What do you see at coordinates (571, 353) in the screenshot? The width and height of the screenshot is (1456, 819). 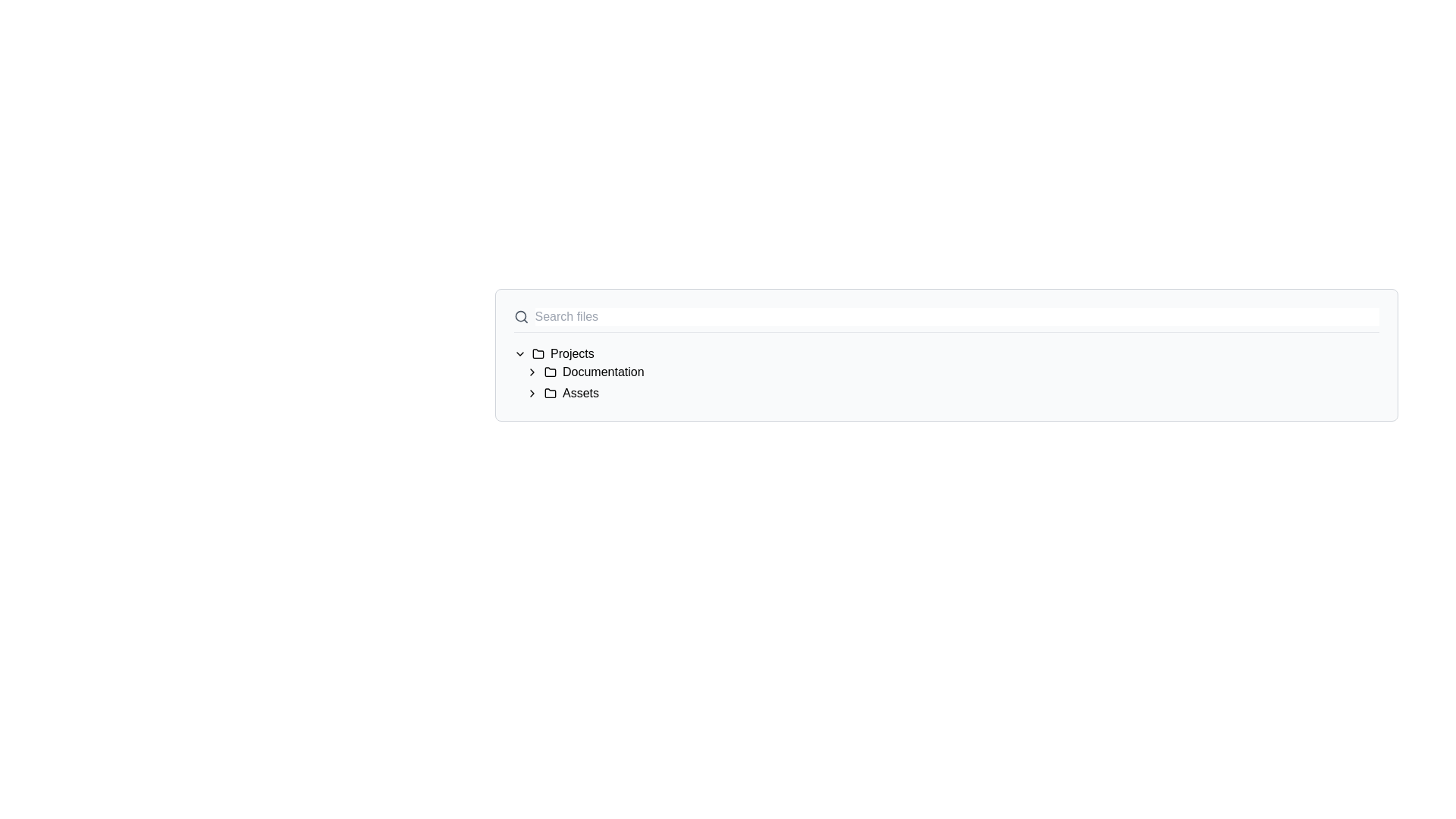 I see `the non-interactive text label that serves as a title for the 'Projects' section` at bounding box center [571, 353].